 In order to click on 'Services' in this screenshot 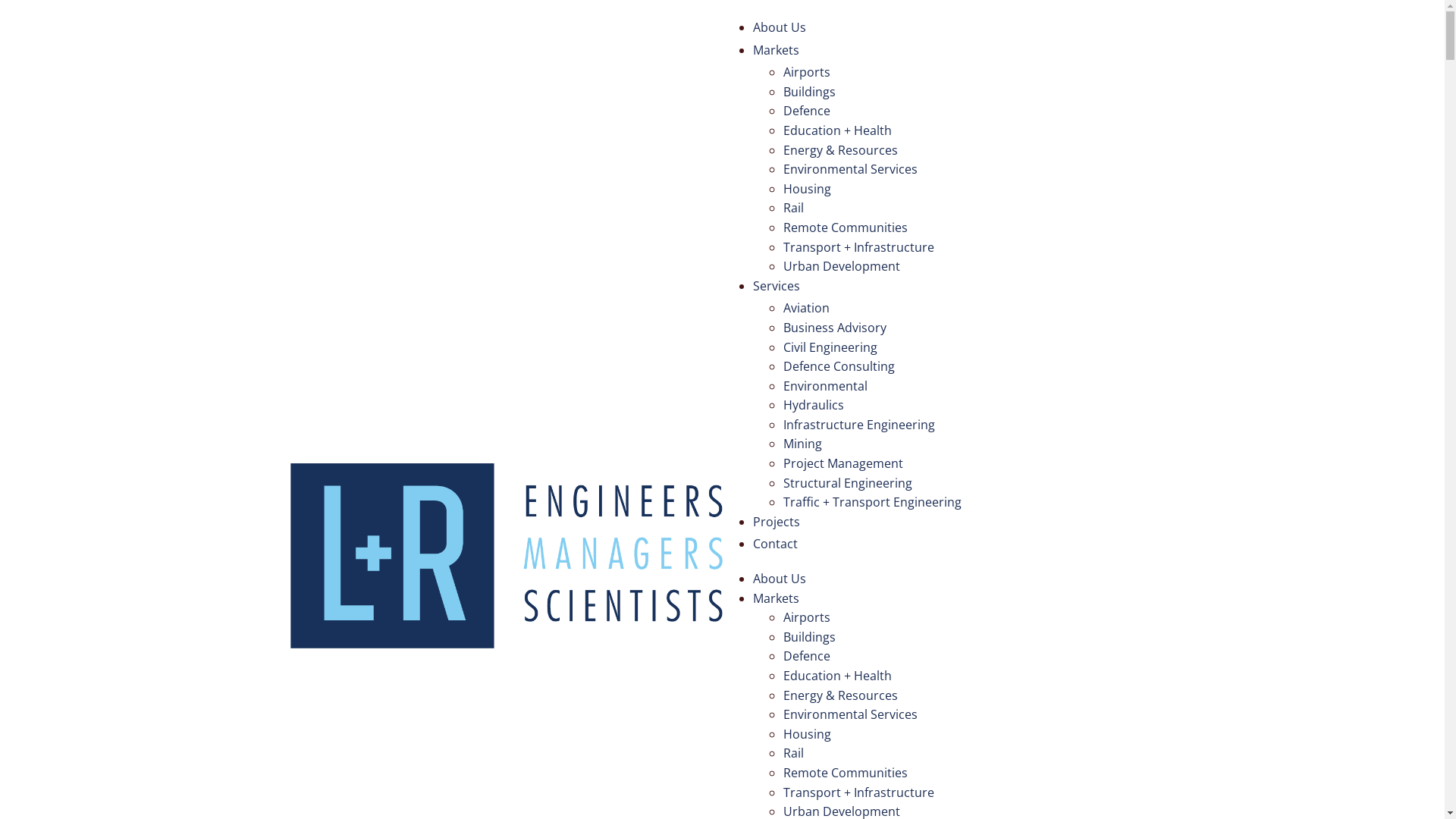, I will do `click(752, 288)`.